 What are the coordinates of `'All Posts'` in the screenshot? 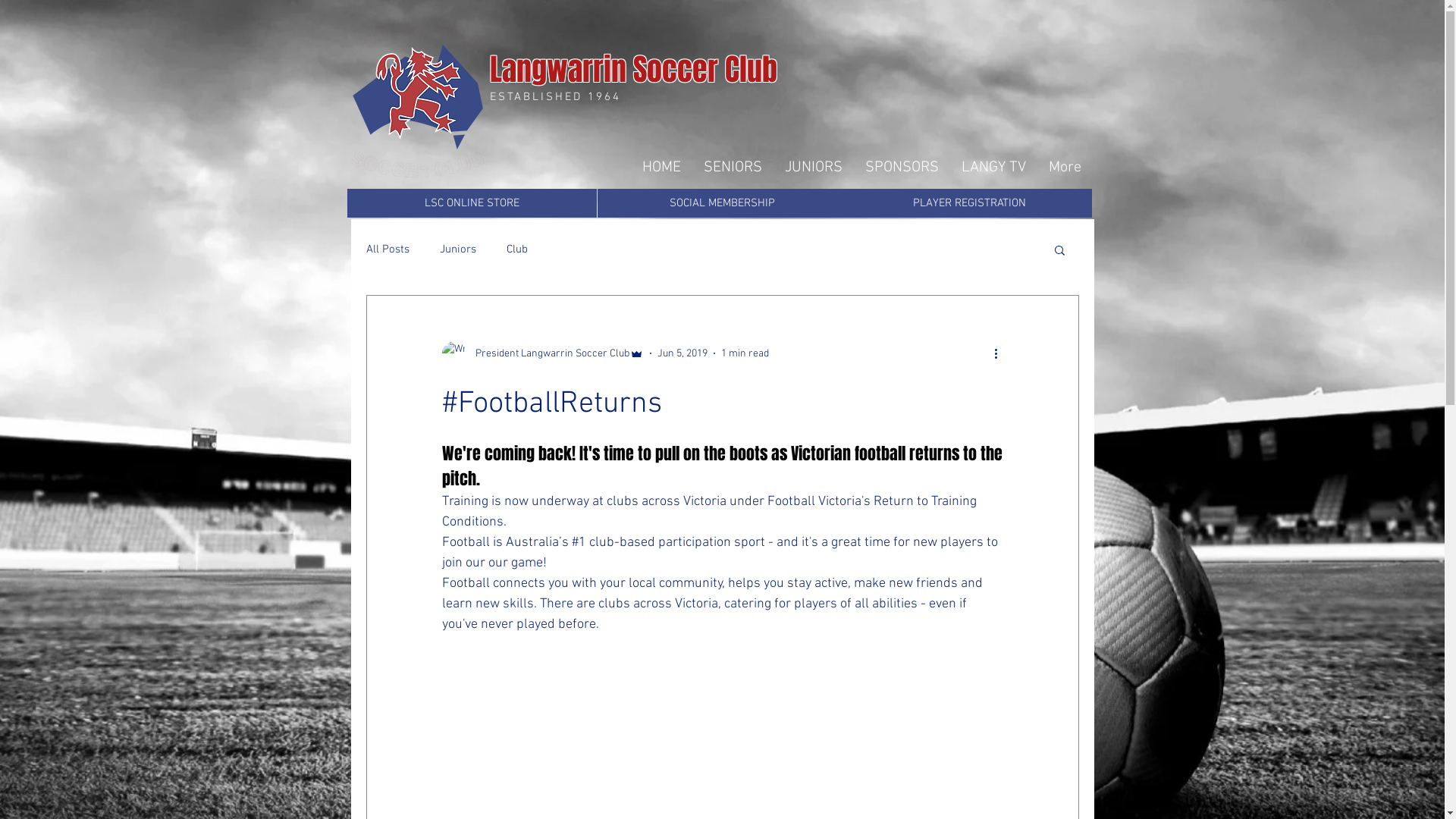 It's located at (387, 248).